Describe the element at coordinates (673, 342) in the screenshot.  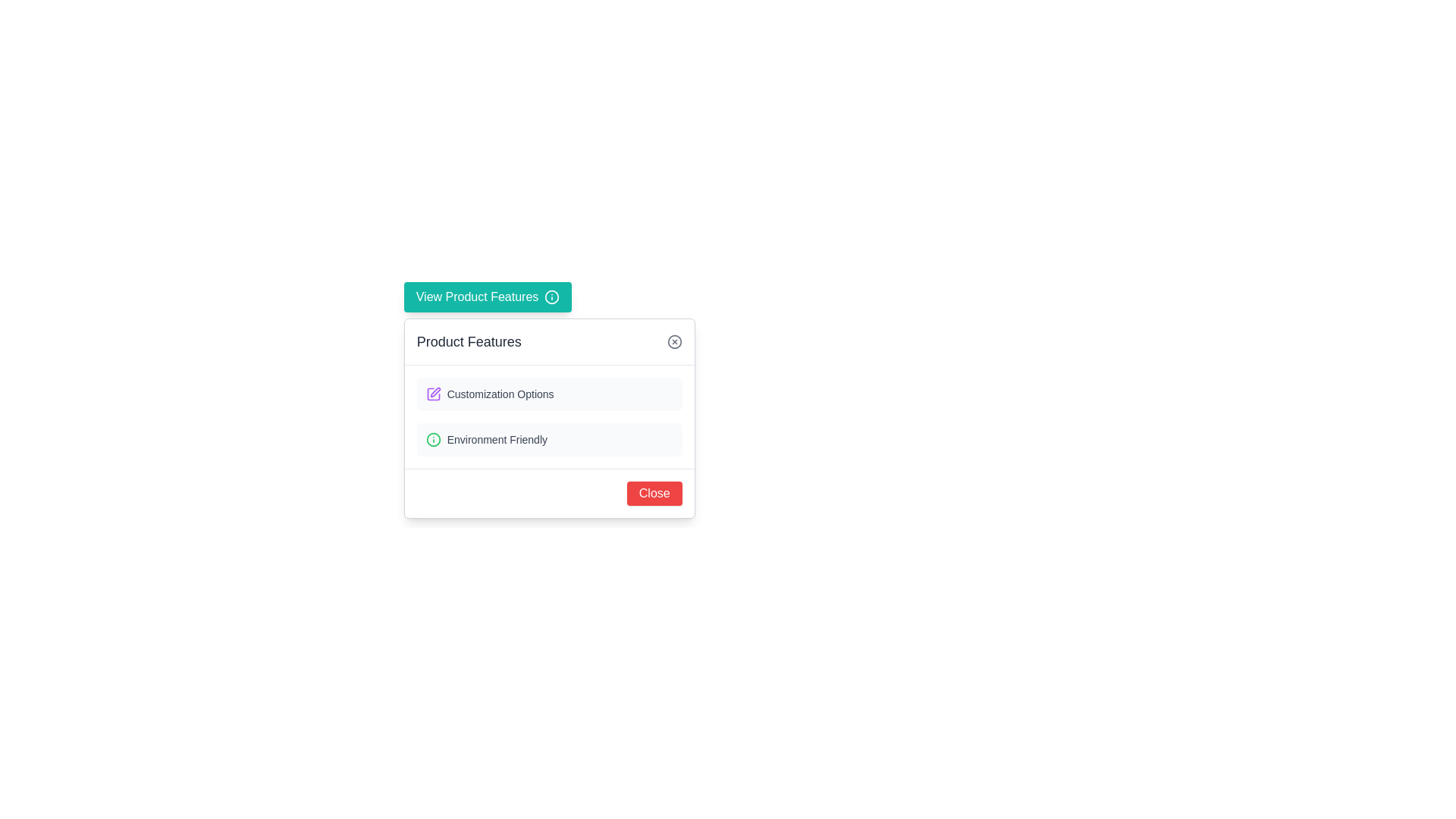
I see `the circular 'close' button located at the upper-right corner of the 'Product Features' section` at that location.